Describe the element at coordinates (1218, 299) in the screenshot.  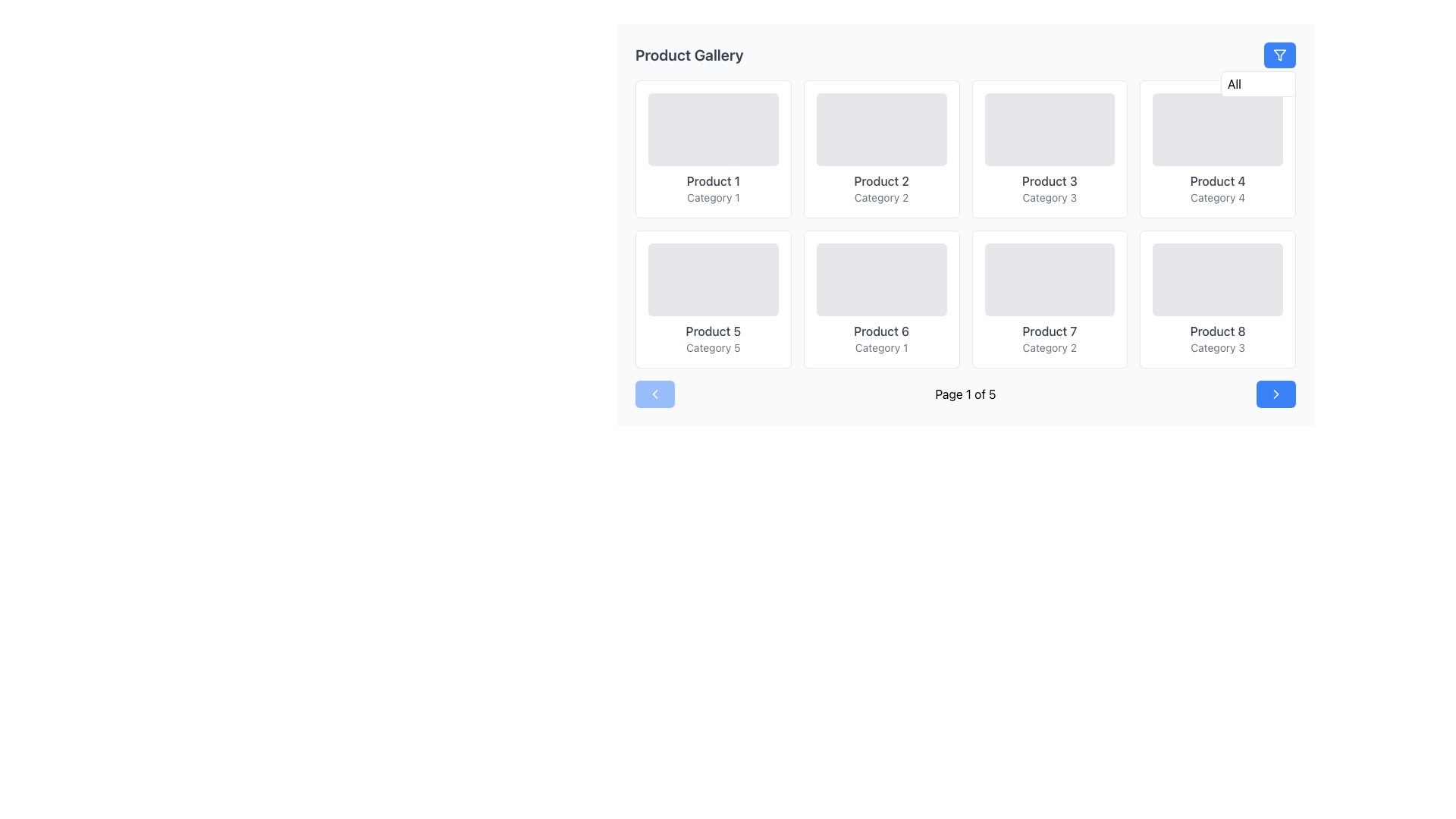
I see `the item display card located in the second row, fourth column of the product gallery grid` at that location.